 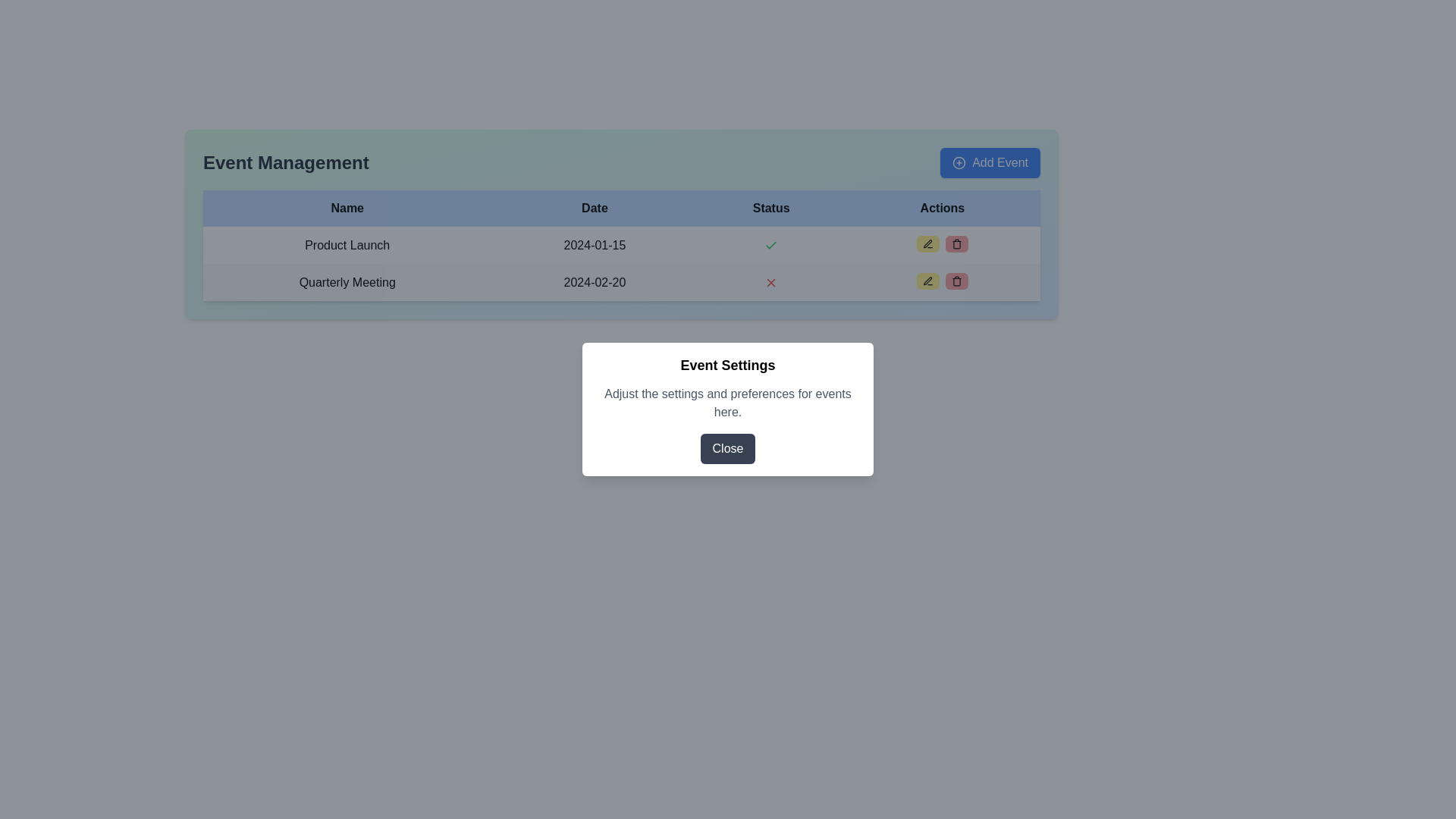 I want to click on the trash can icon located in the 'Actions' column of the second row under the 'Quarterly Meeting' entry, so click(x=956, y=281).